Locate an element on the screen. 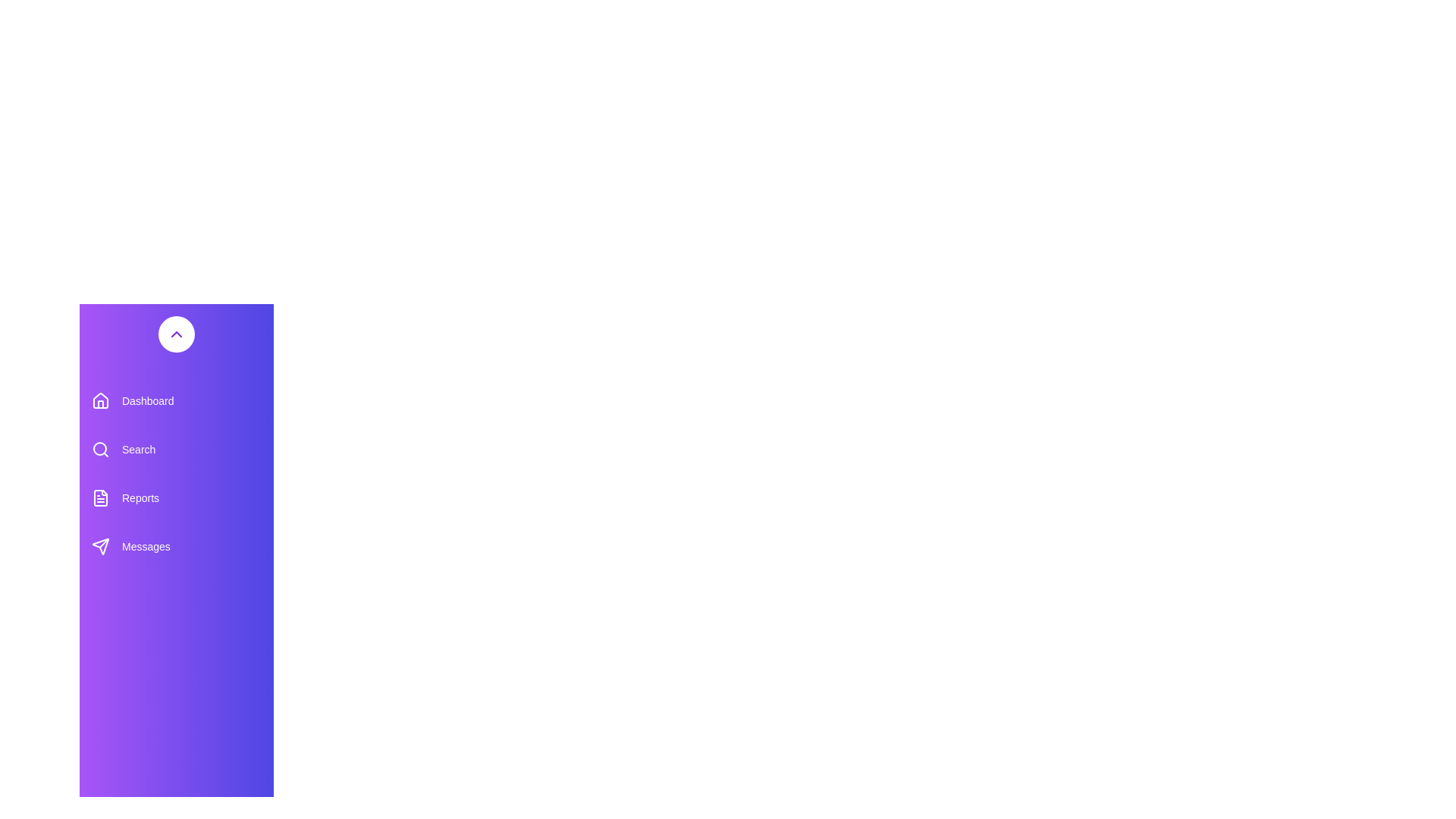 The width and height of the screenshot is (1456, 819). the 'Reports' icon located in the left sidebar navigation menu is located at coordinates (100, 497).